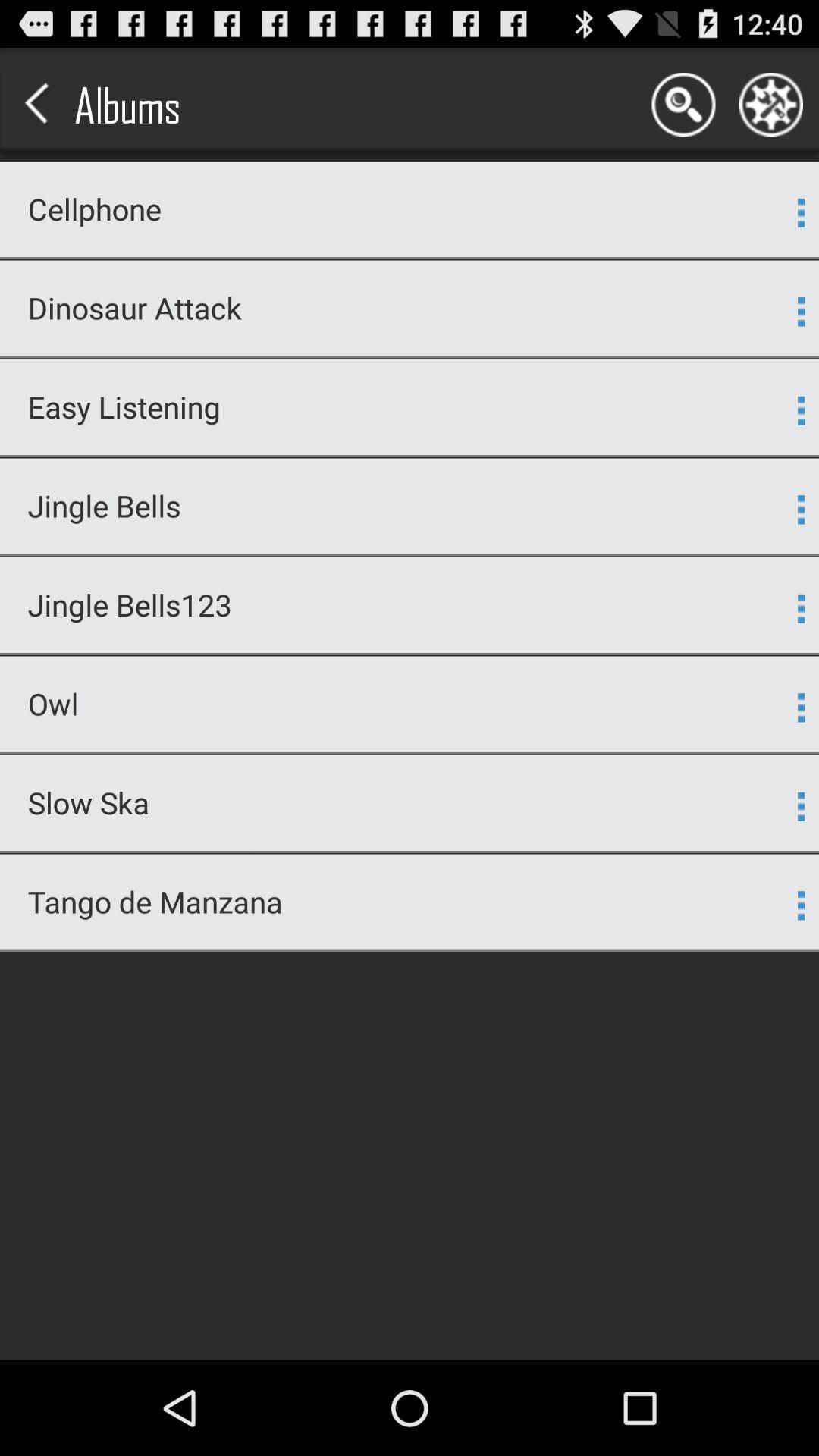 The image size is (819, 1456). Describe the element at coordinates (409, 654) in the screenshot. I see `app below the jingle bells123 icon` at that location.